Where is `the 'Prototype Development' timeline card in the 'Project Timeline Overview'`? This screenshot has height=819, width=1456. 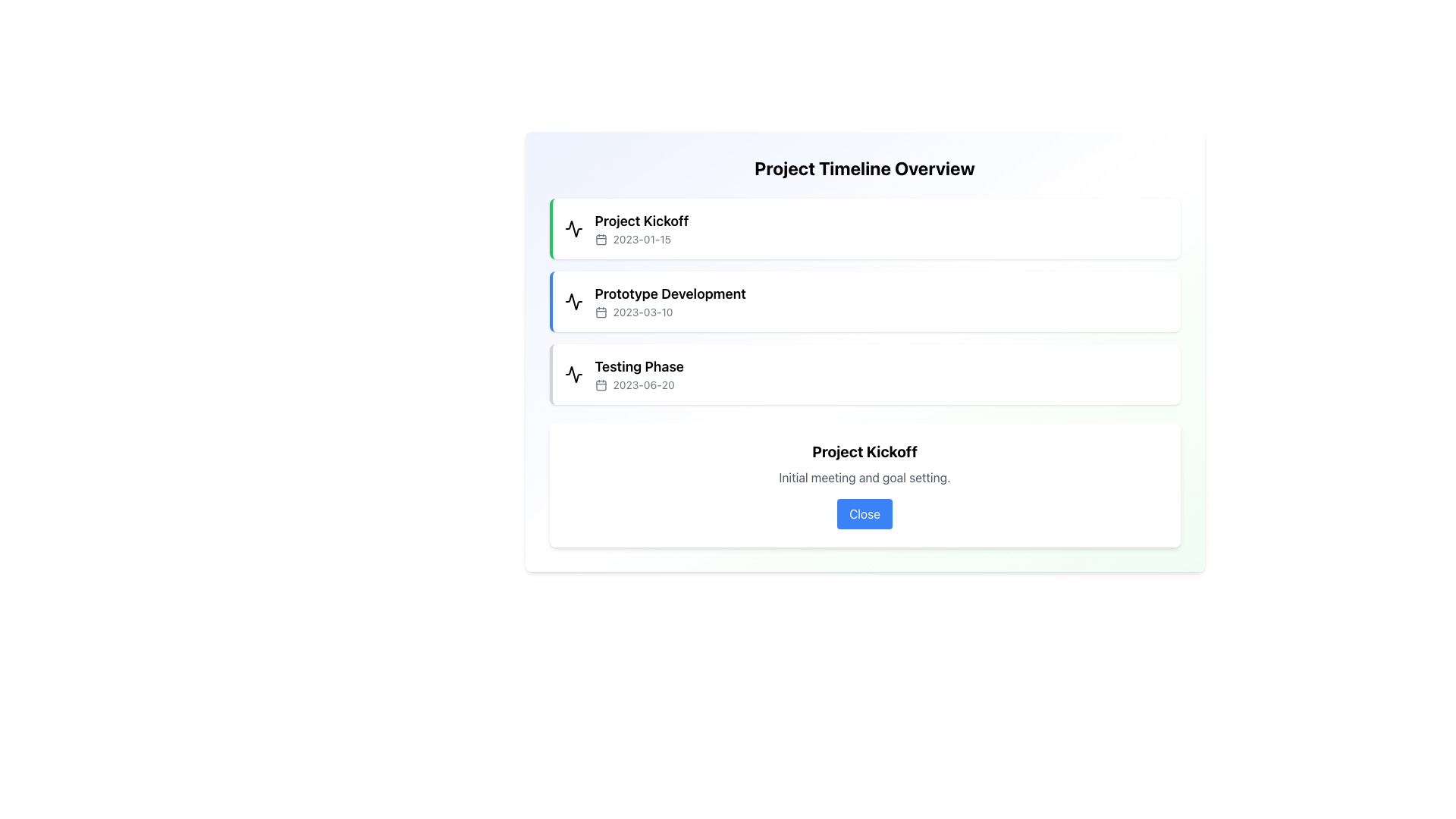 the 'Prototype Development' timeline card in the 'Project Timeline Overview' is located at coordinates (864, 301).